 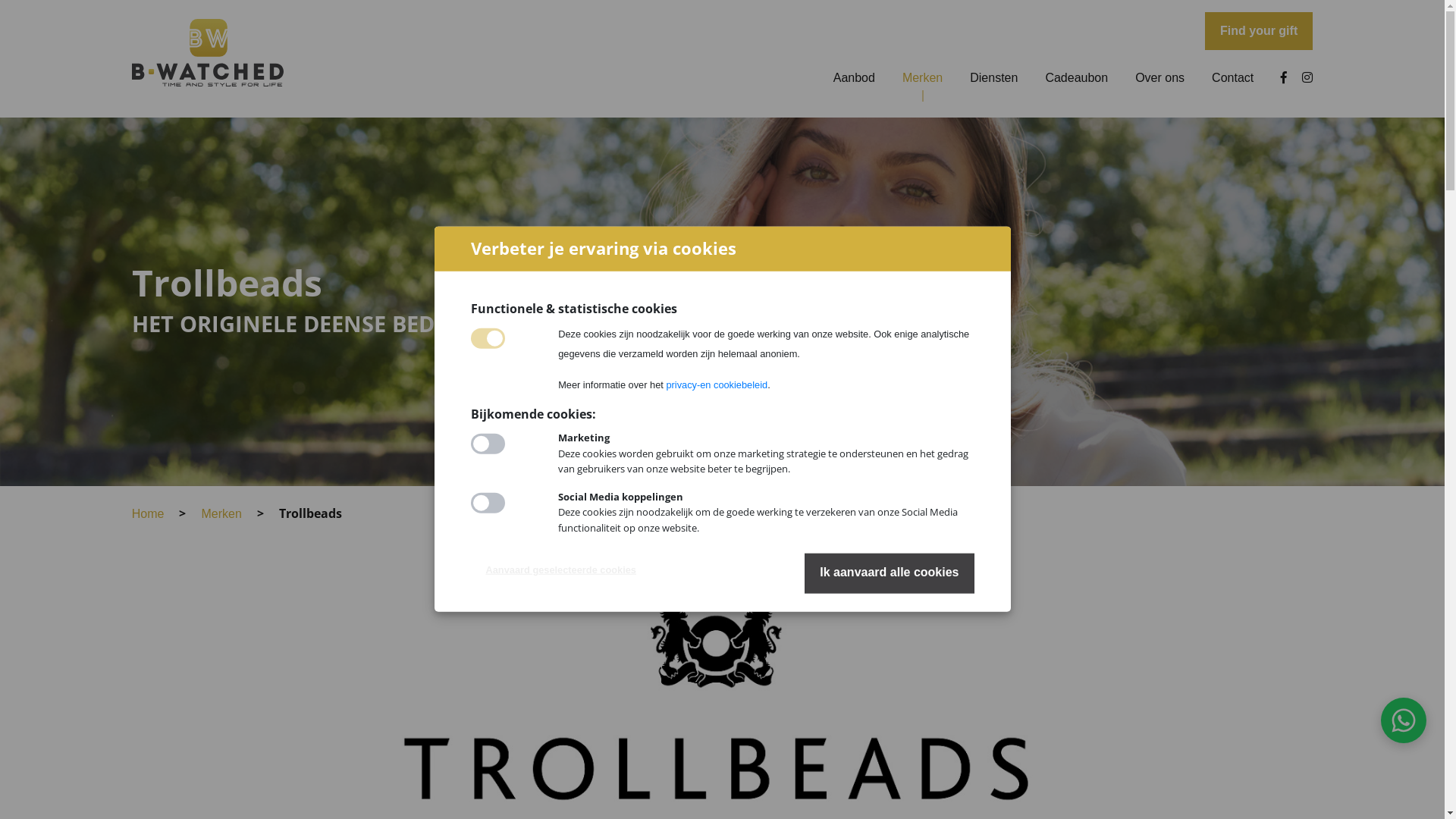 What do you see at coordinates (199, 513) in the screenshot?
I see `'Merken'` at bounding box center [199, 513].